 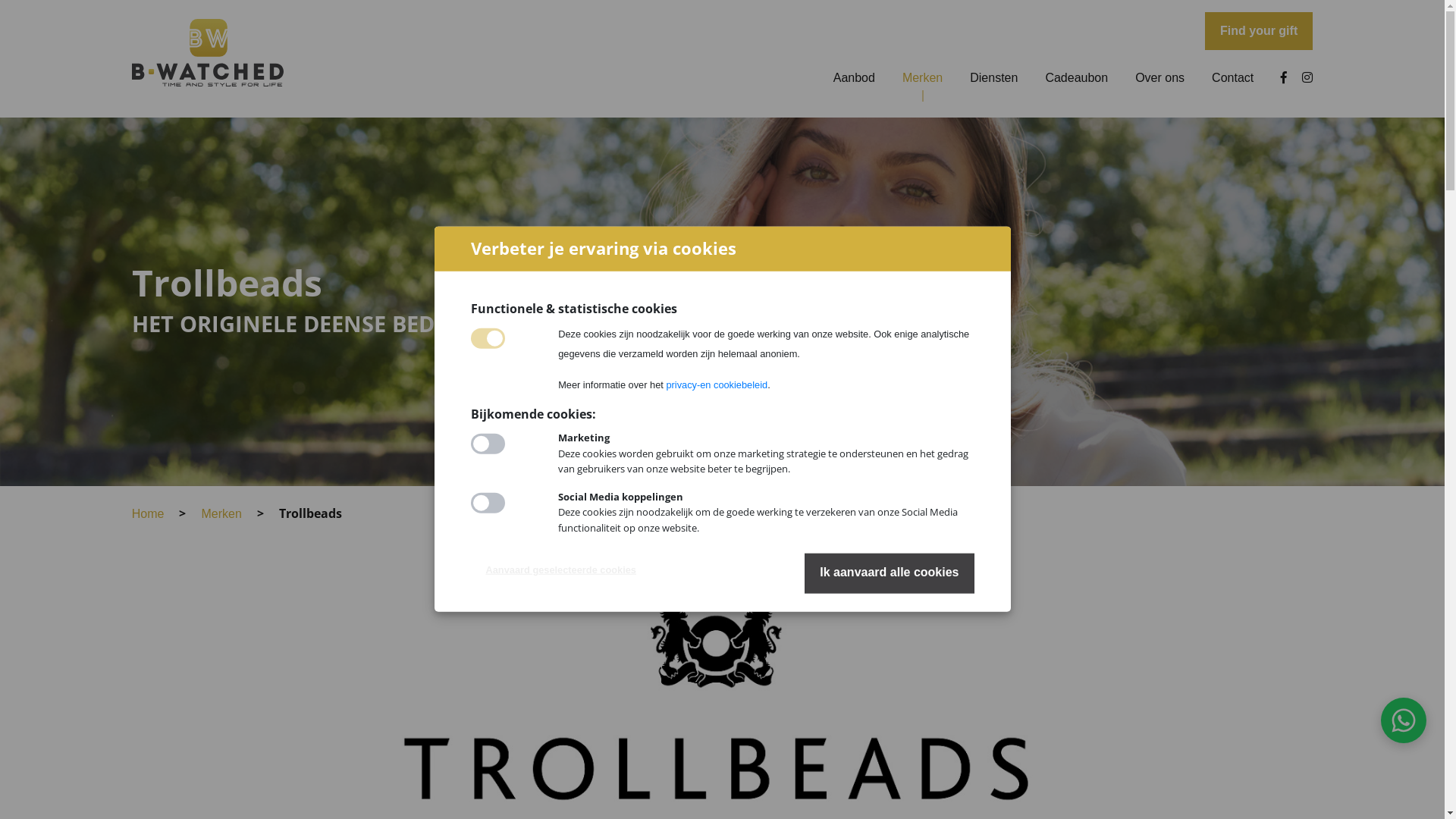 What do you see at coordinates (199, 513) in the screenshot?
I see `'Merken'` at bounding box center [199, 513].